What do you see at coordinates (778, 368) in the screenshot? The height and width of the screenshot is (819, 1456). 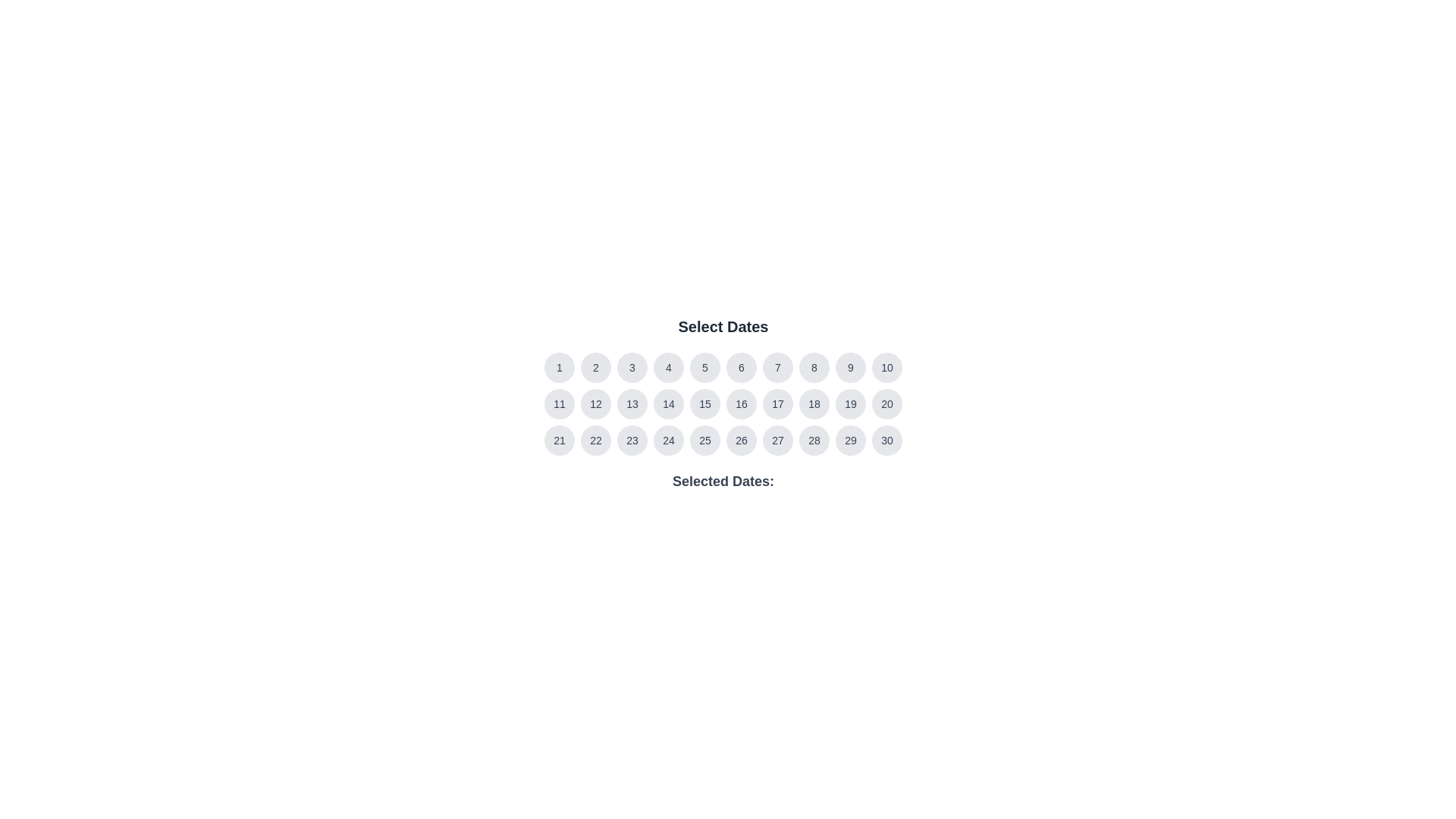 I see `the circular button labeled '7' which is light gray with dark gray text, positioned in the grid layout between buttons '6' and '8'` at bounding box center [778, 368].